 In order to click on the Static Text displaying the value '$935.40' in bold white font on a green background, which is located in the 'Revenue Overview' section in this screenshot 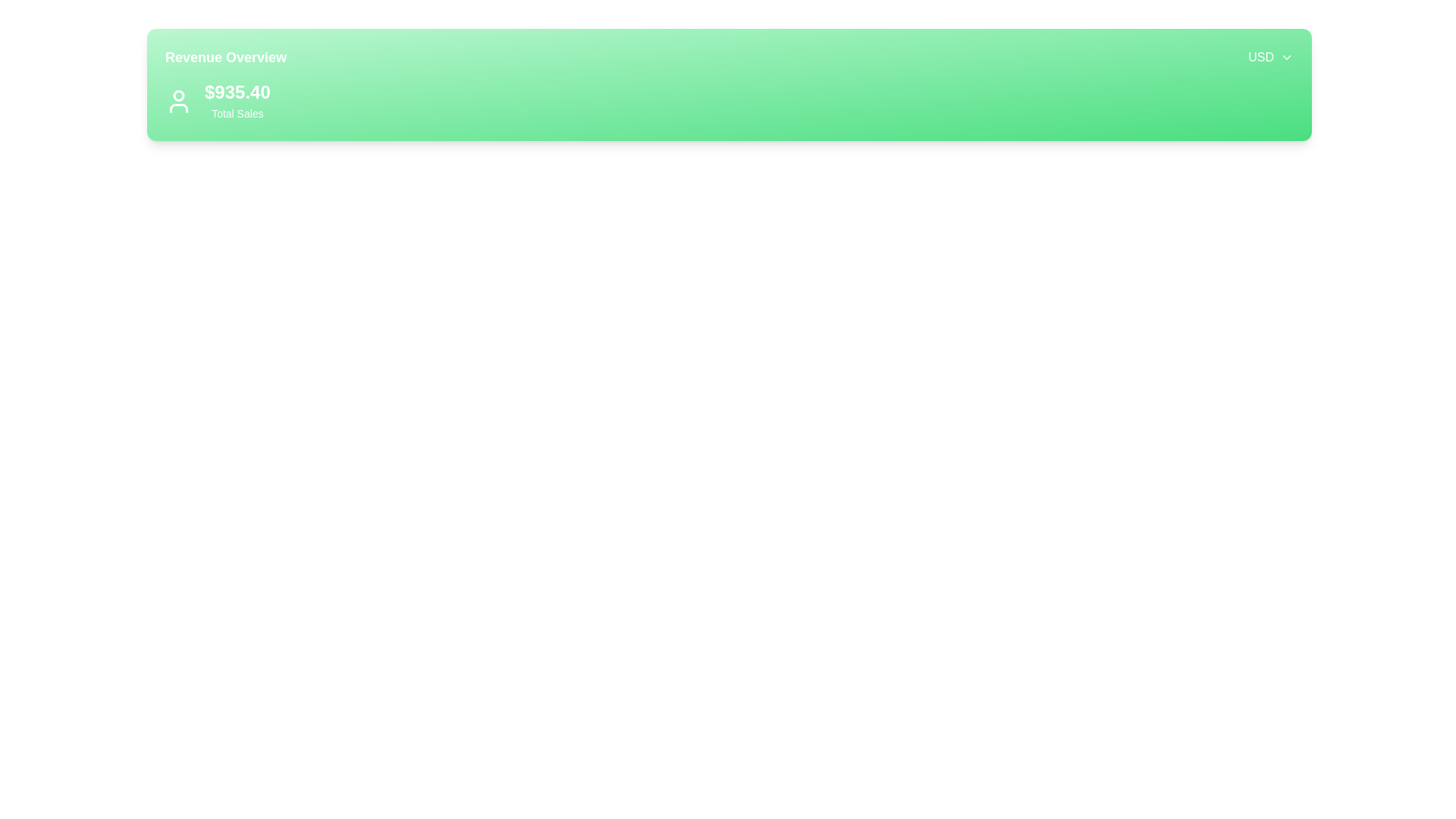, I will do `click(237, 93)`.